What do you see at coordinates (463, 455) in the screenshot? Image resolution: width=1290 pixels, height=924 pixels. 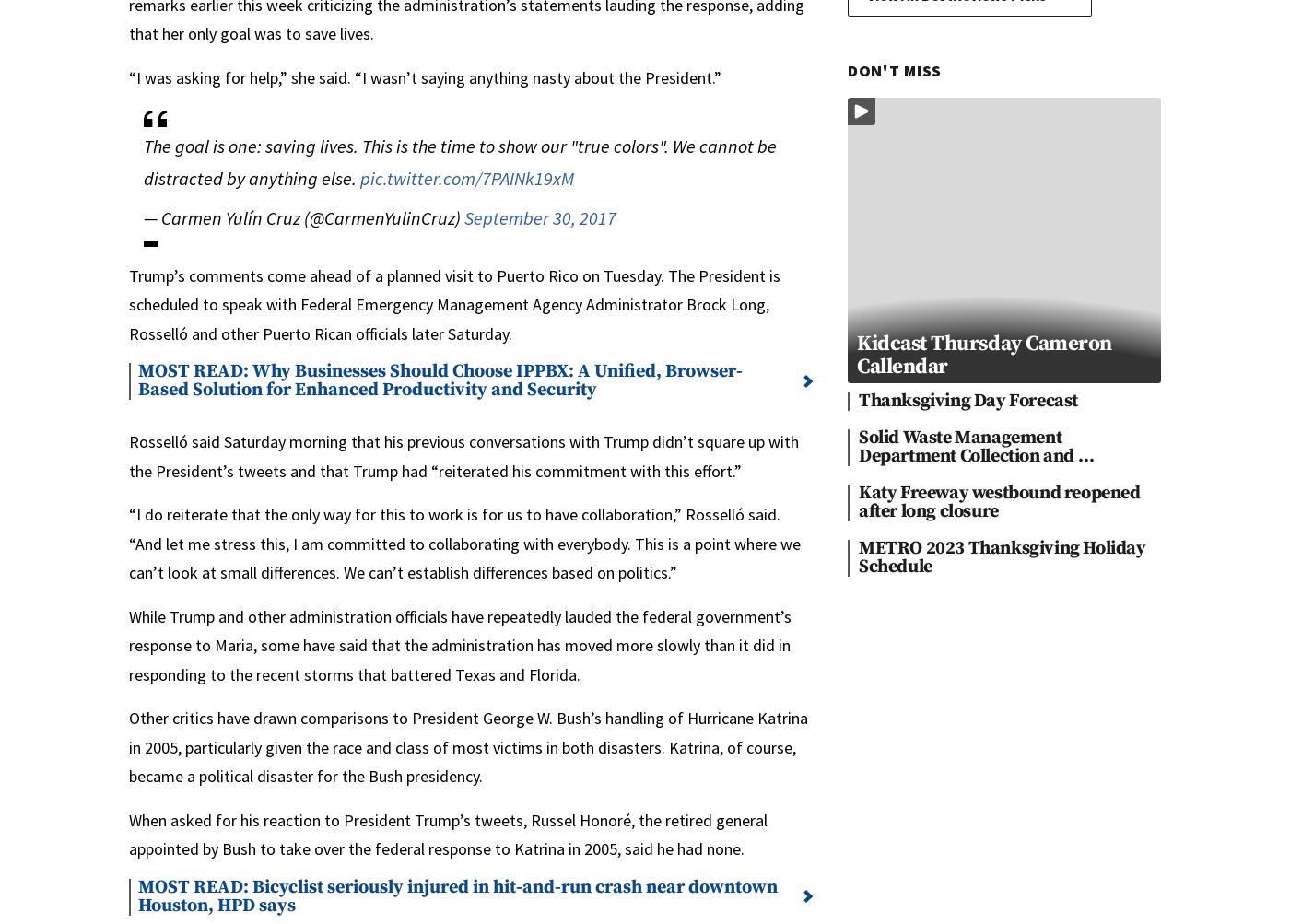 I see `'Rosselló said Saturday morning that his previous conversations with Trump didn’t square up with the President’s tweets and that Trump had “reiterated his commitment with this effort.”'` at bounding box center [463, 455].